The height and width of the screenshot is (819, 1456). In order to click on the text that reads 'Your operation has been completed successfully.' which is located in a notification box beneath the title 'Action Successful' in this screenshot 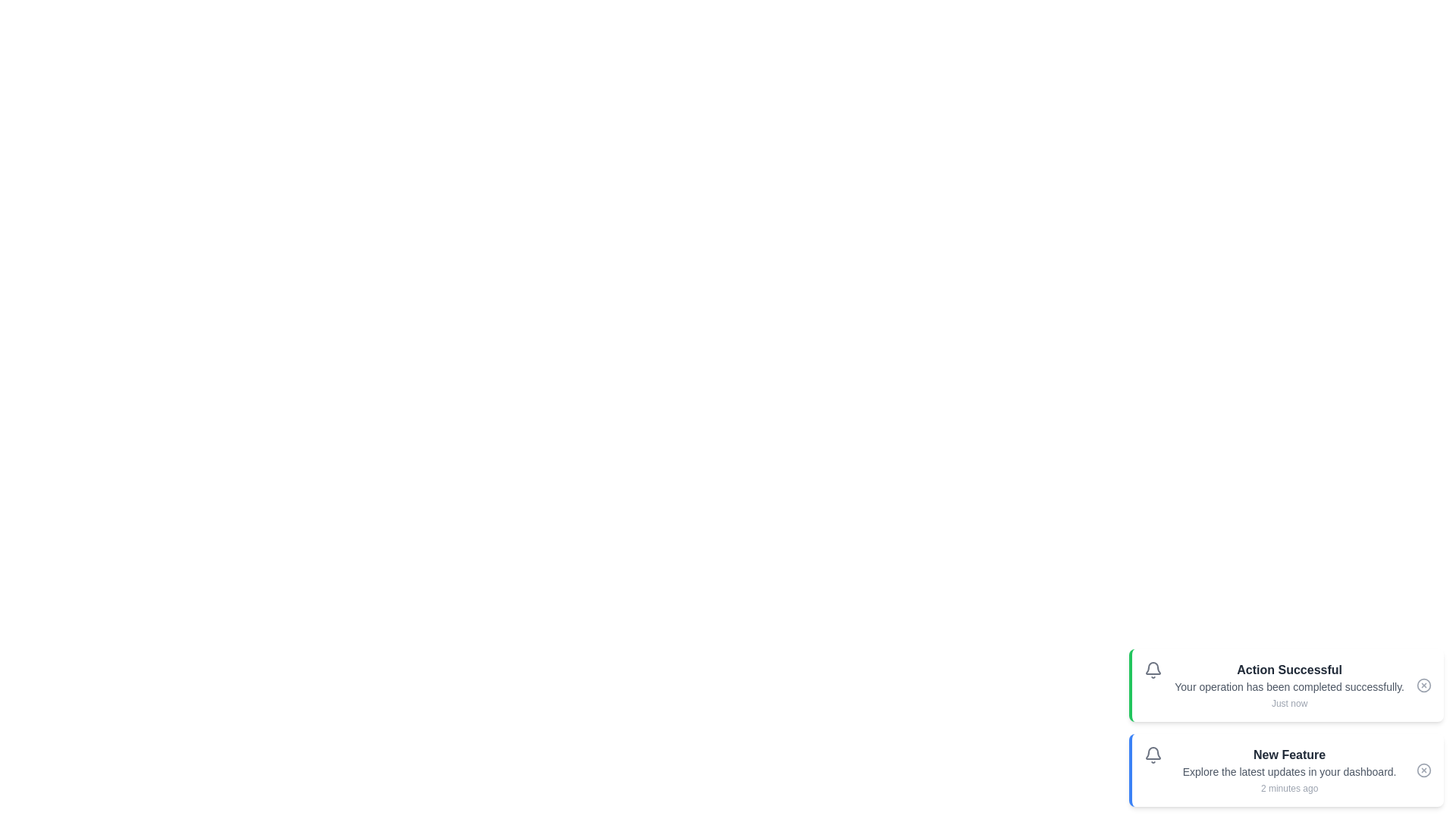, I will do `click(1288, 687)`.